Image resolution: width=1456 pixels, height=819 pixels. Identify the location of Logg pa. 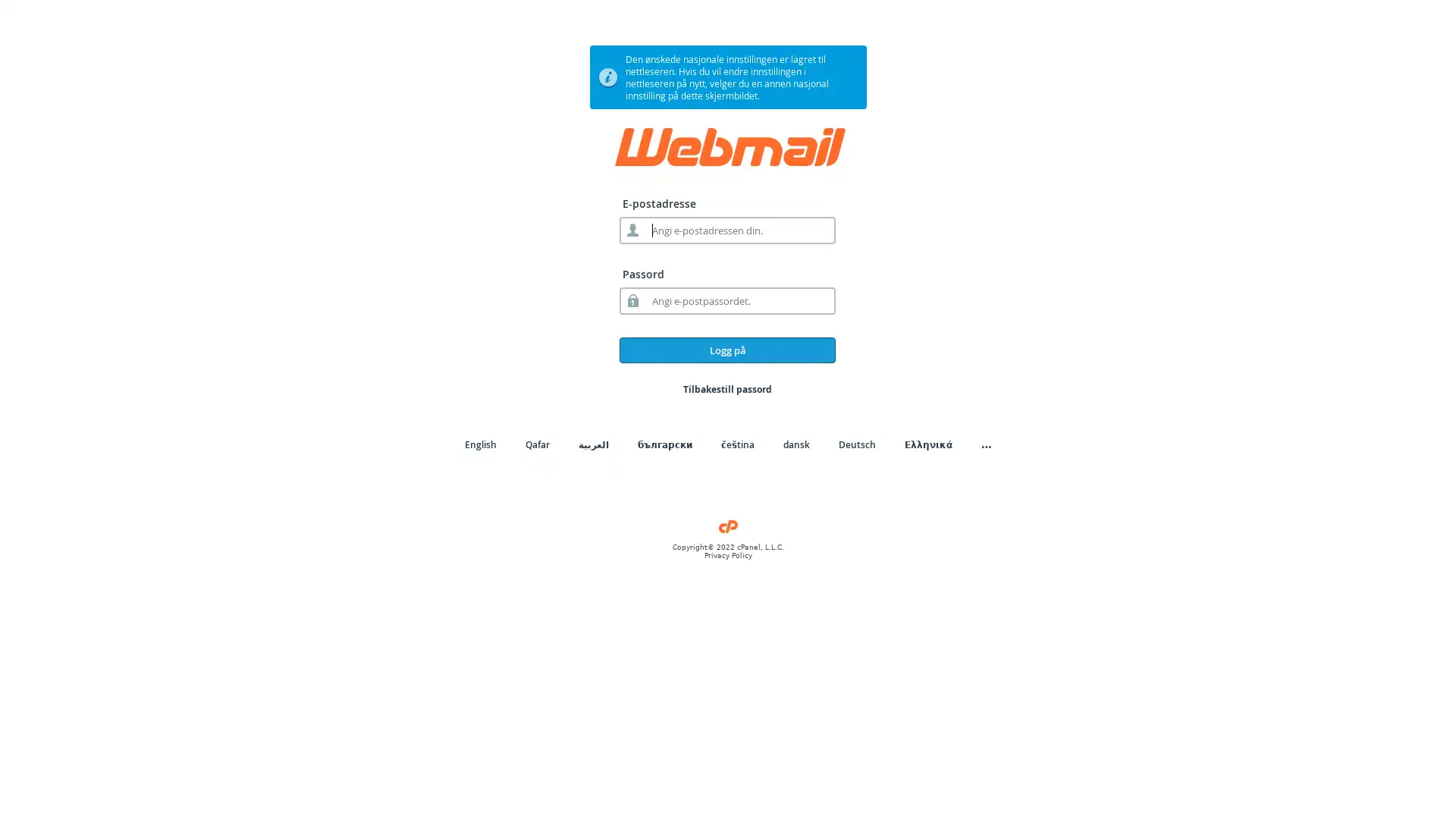
(726, 350).